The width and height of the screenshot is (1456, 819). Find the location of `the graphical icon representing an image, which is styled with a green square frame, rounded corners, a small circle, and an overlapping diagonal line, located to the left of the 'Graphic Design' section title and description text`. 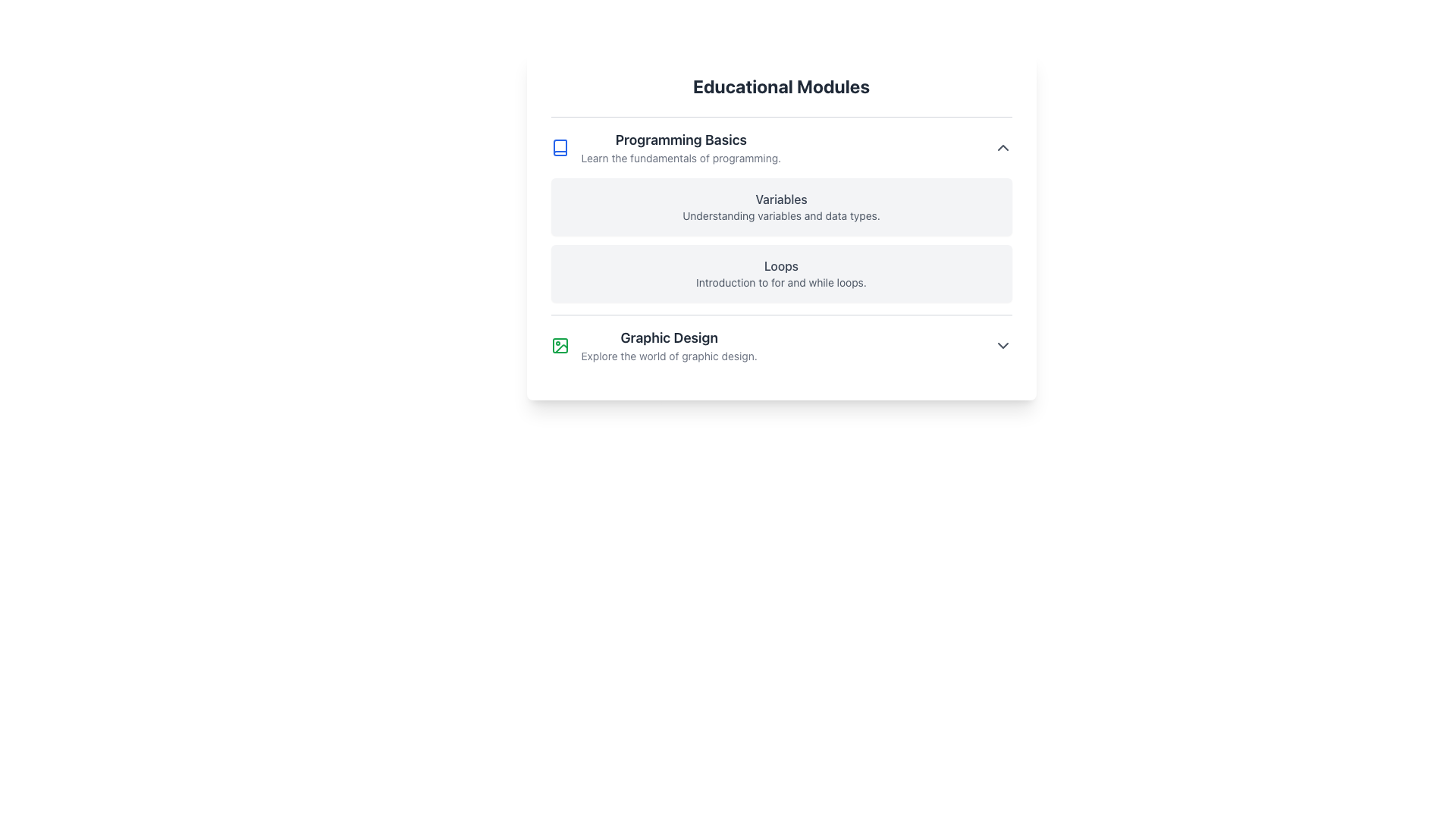

the graphical icon representing an image, which is styled with a green square frame, rounded corners, a small circle, and an overlapping diagonal line, located to the left of the 'Graphic Design' section title and description text is located at coordinates (559, 345).